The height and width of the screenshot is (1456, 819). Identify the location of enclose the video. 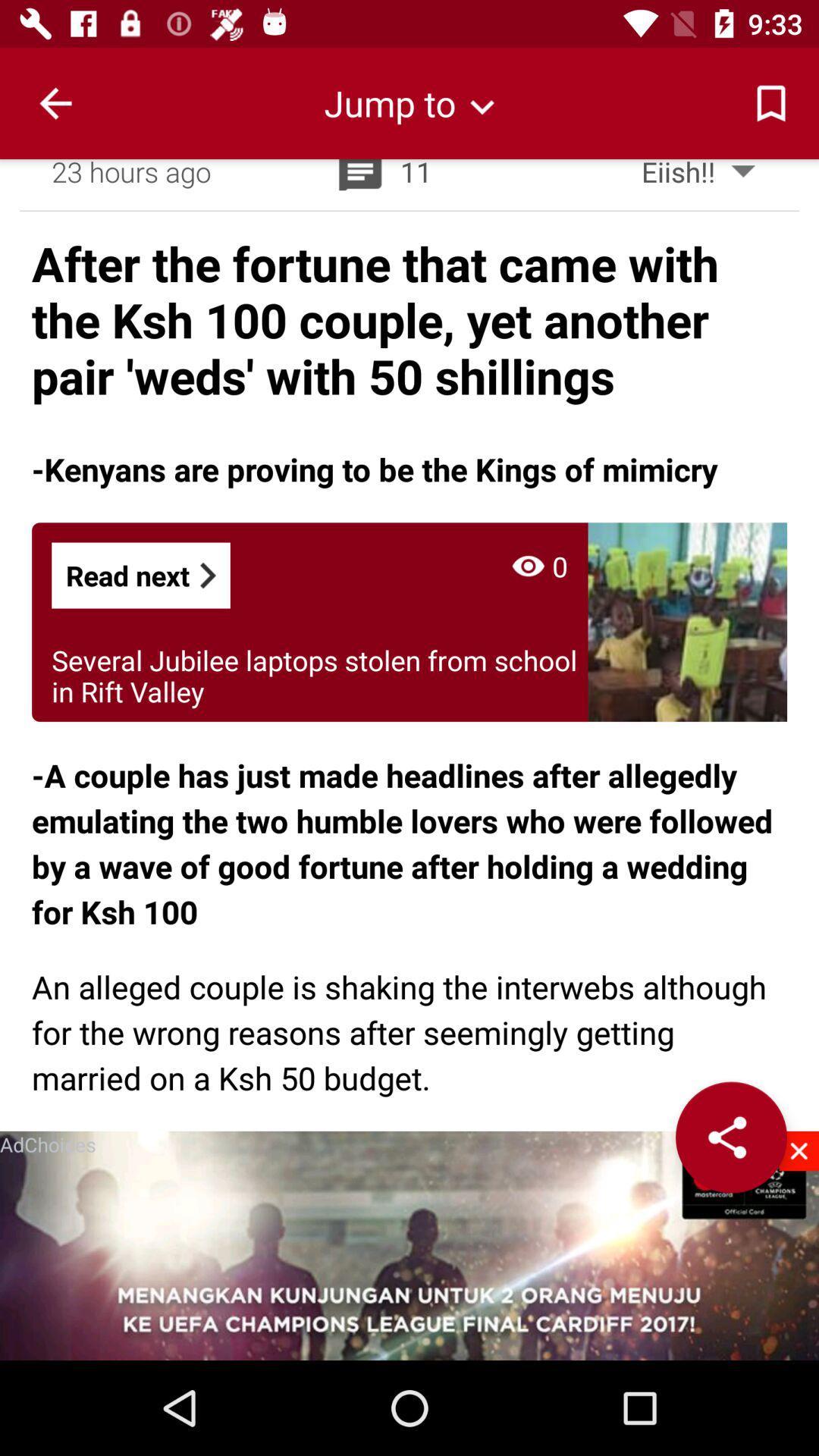
(798, 1150).